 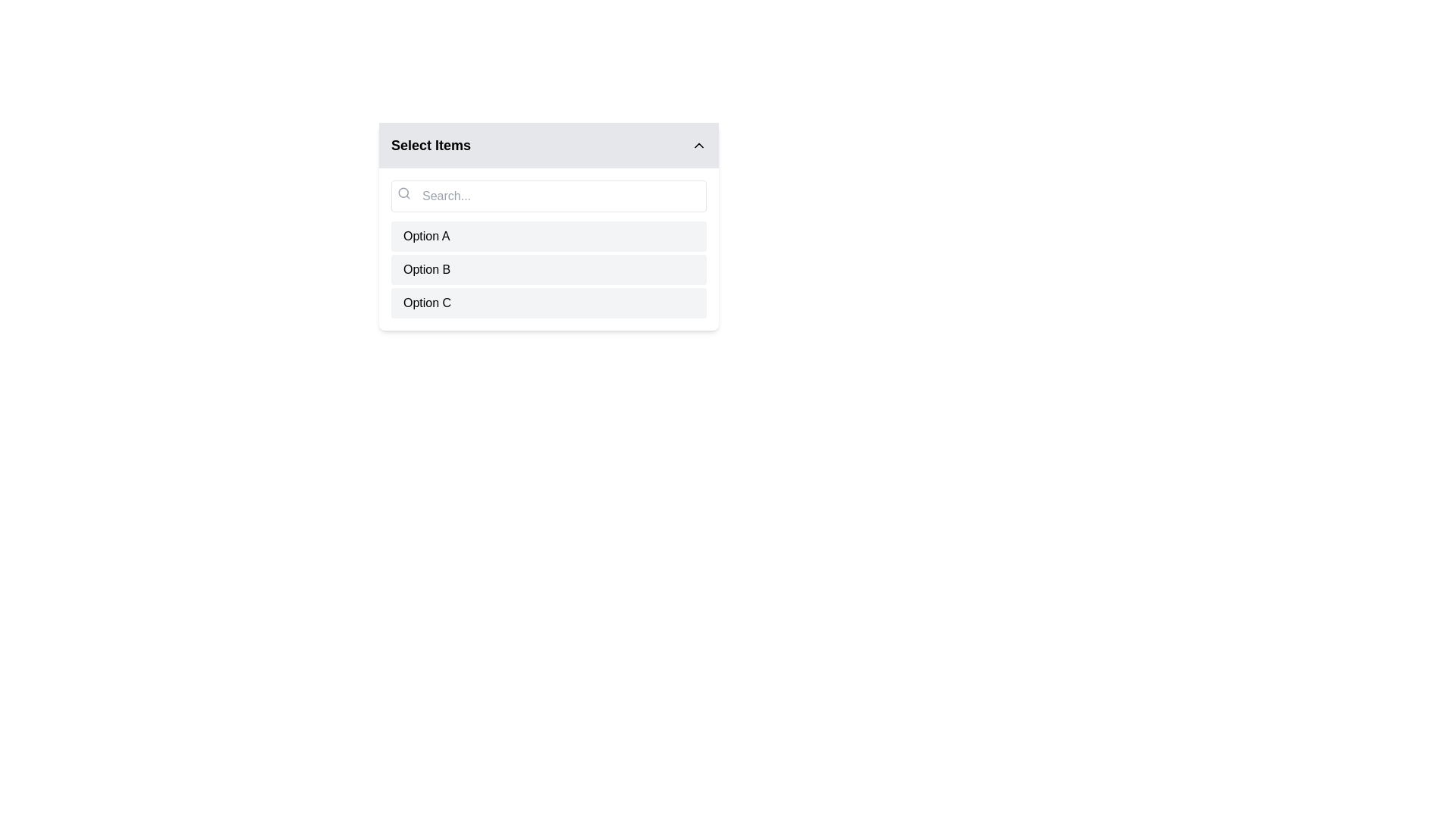 I want to click on the second item in a vertically-stacked list of three options labeled 'Option A', 'Option B', and 'Option C', which is positioned centrally under a search field, so click(x=548, y=268).